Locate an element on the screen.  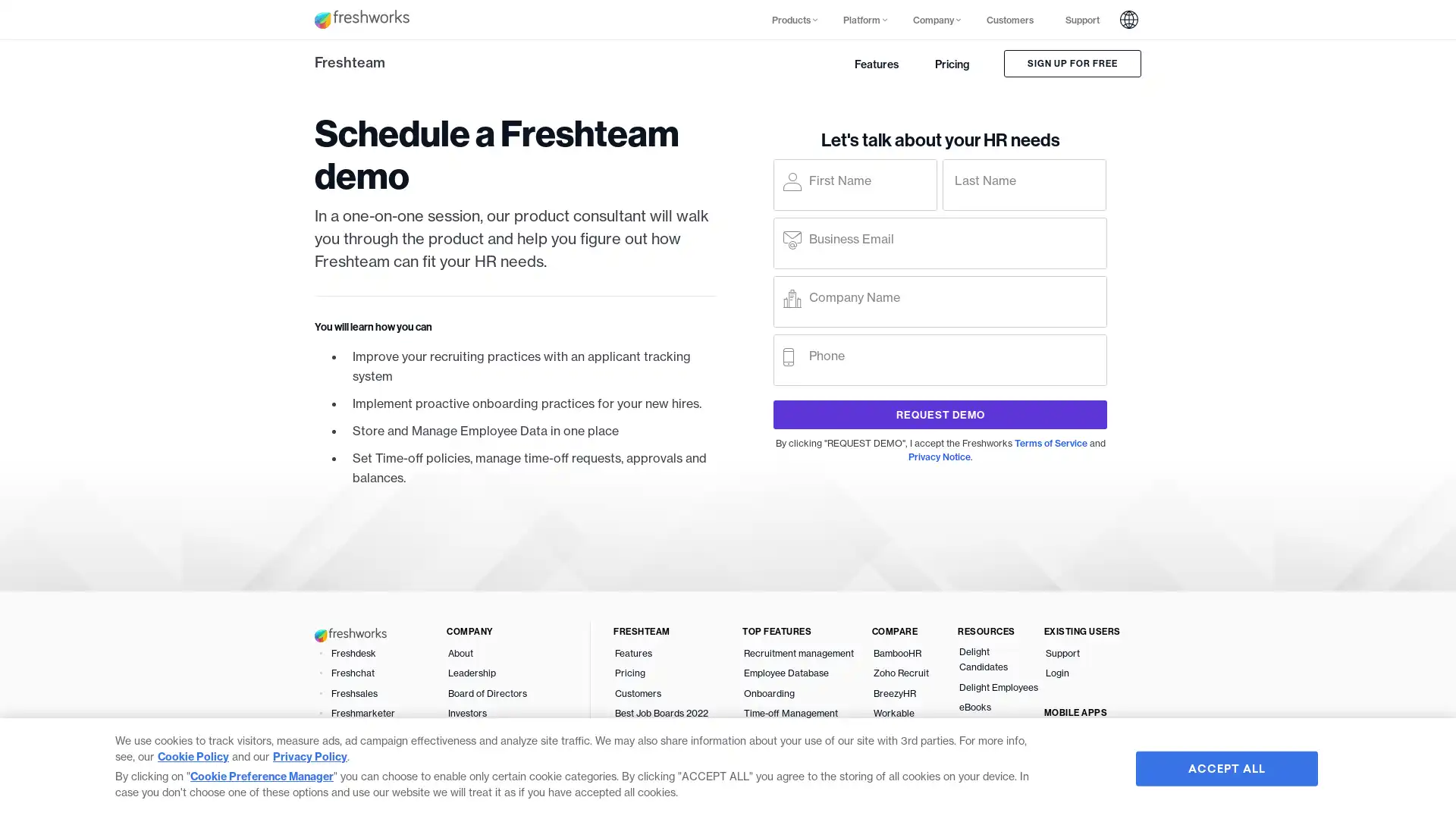
SIGN UP FOR FREE is located at coordinates (1072, 63).